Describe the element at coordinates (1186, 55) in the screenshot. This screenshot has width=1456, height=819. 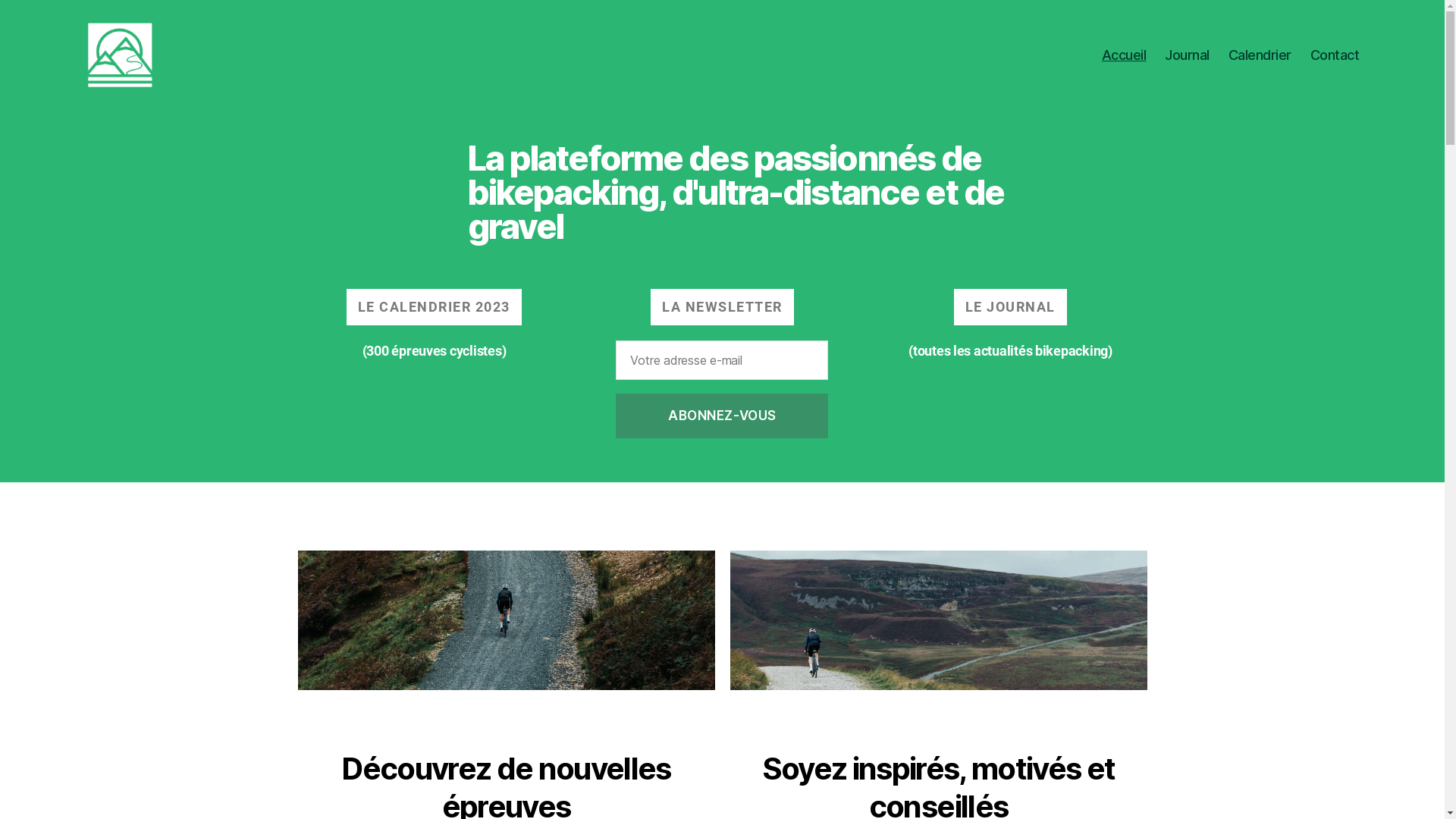
I see `'Journal'` at that location.